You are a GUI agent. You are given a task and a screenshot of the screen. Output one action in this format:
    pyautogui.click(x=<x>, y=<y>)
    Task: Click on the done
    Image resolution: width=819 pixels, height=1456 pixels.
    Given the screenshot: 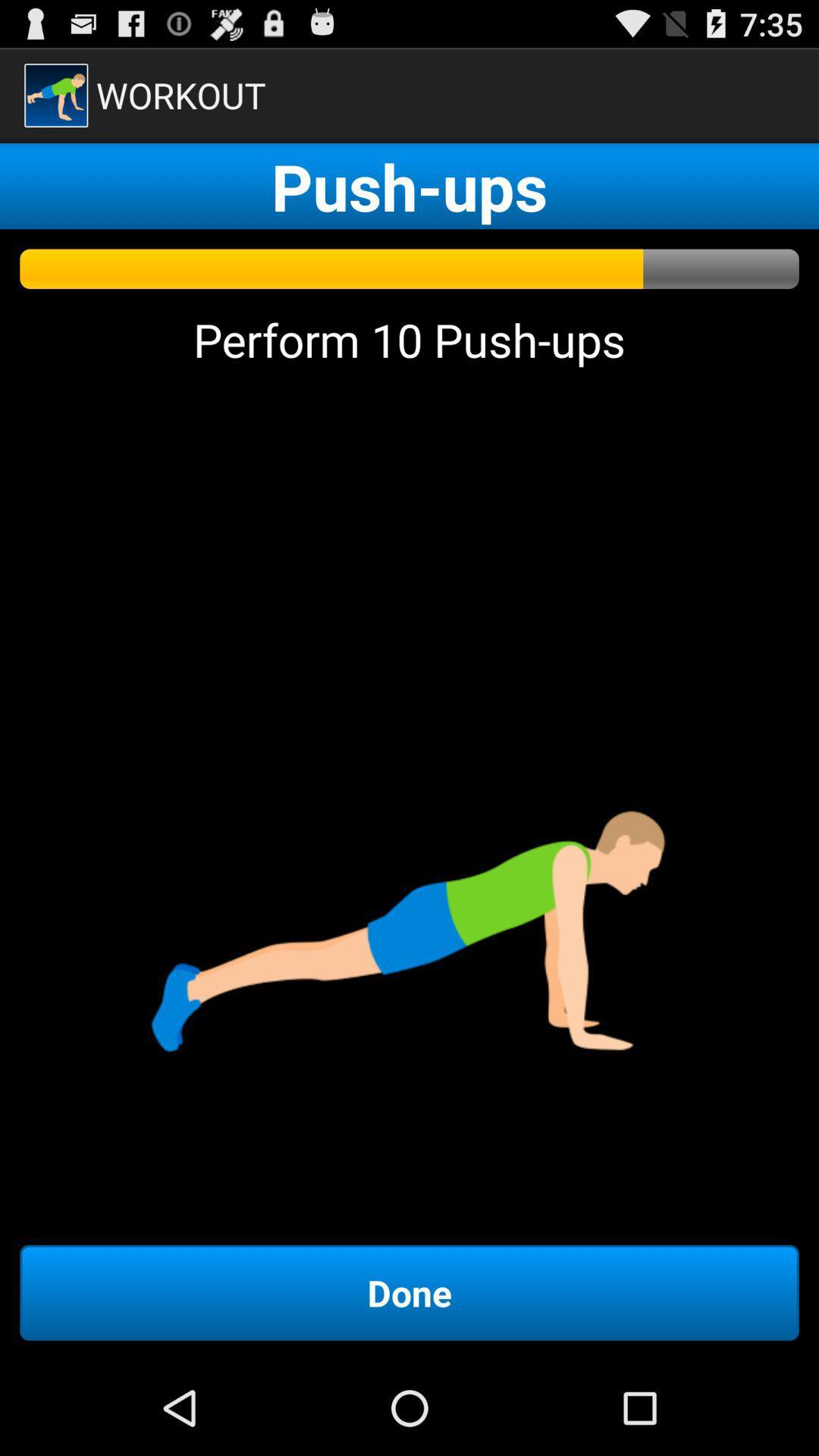 What is the action you would take?
    pyautogui.click(x=409, y=1291)
    